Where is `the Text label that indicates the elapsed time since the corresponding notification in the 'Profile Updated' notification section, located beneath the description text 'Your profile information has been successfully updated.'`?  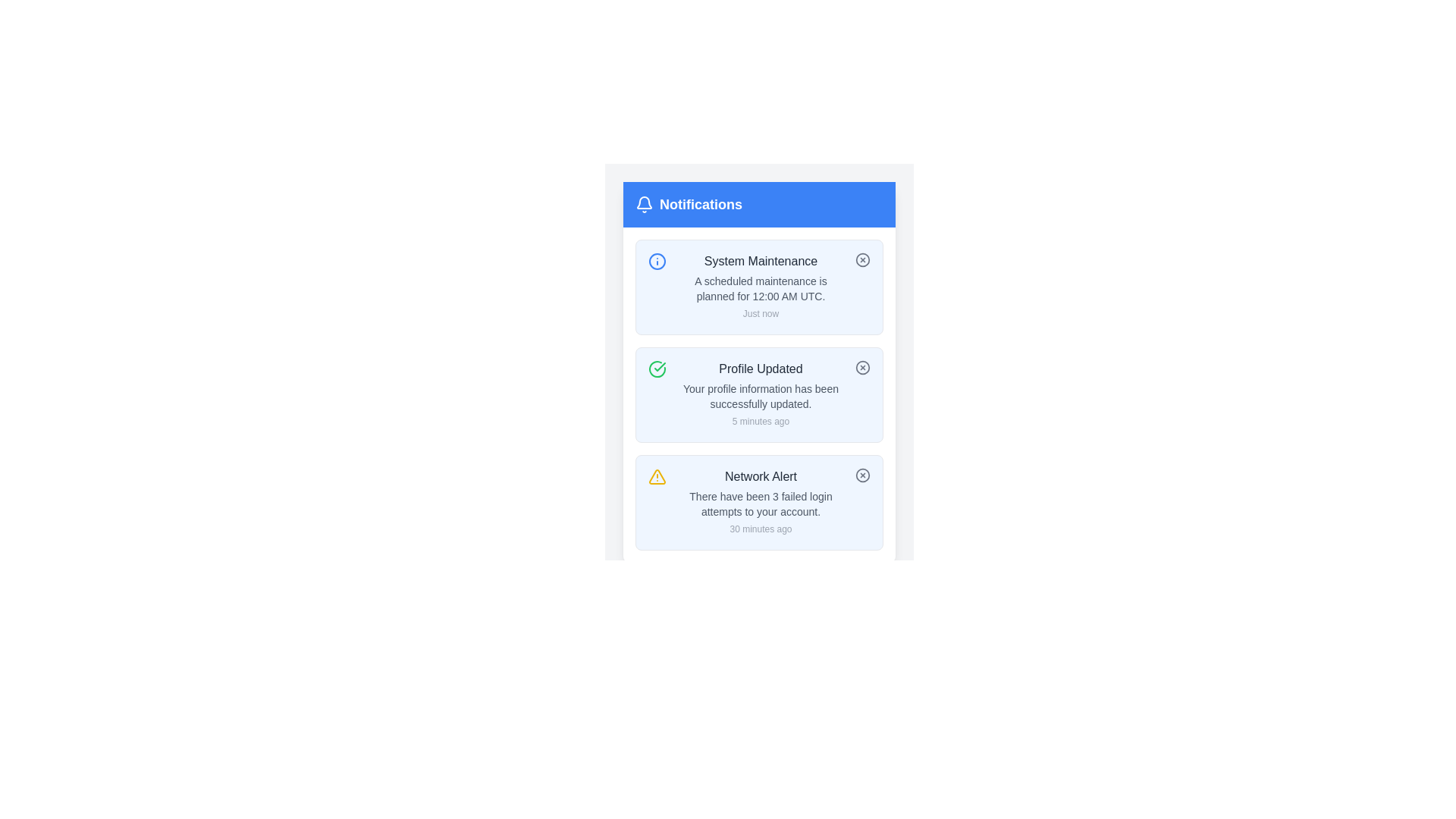 the Text label that indicates the elapsed time since the corresponding notification in the 'Profile Updated' notification section, located beneath the description text 'Your profile information has been successfully updated.' is located at coordinates (761, 421).